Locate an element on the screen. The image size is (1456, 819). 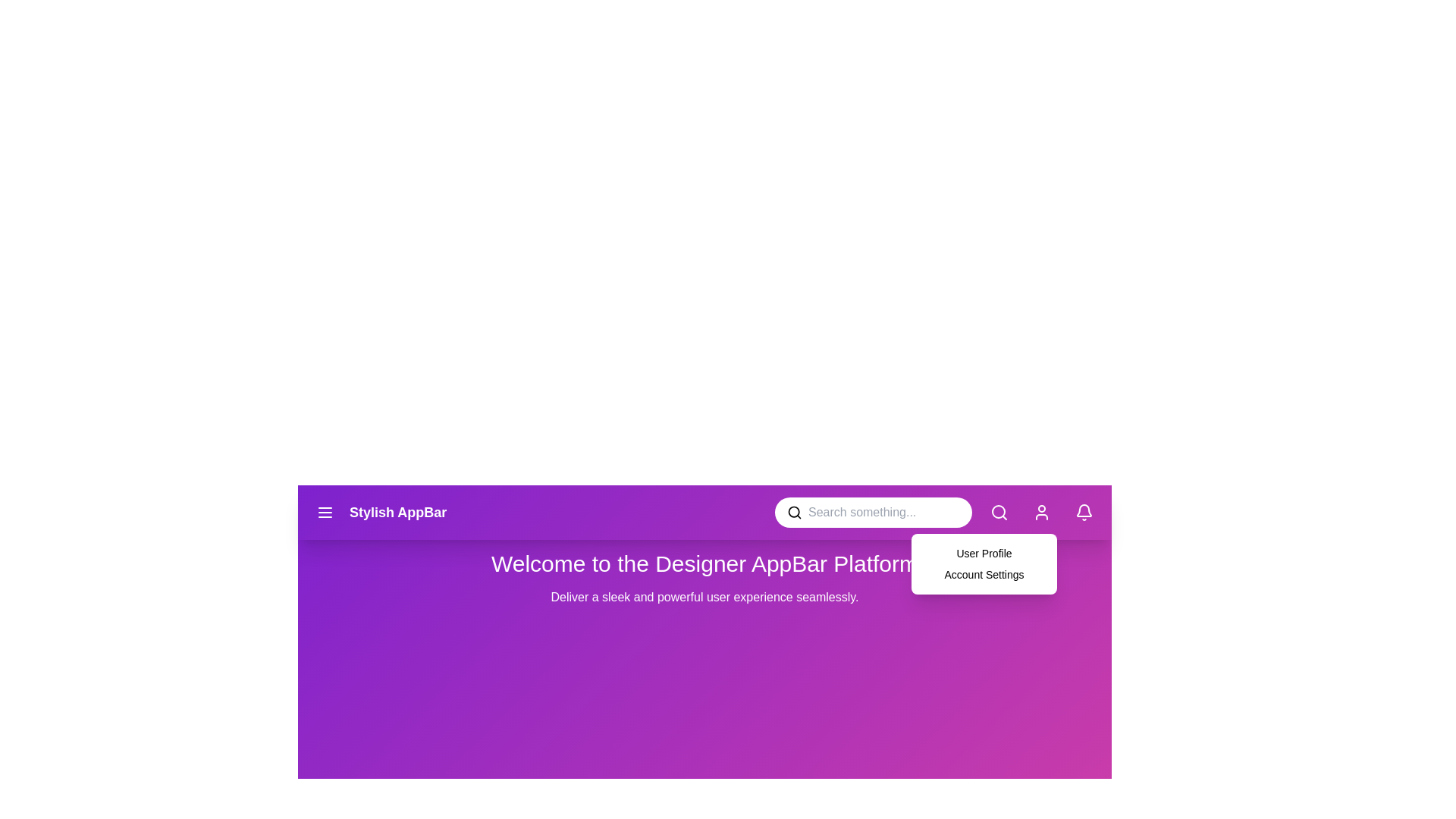
the bell icon to activate the notification button is located at coordinates (1084, 512).